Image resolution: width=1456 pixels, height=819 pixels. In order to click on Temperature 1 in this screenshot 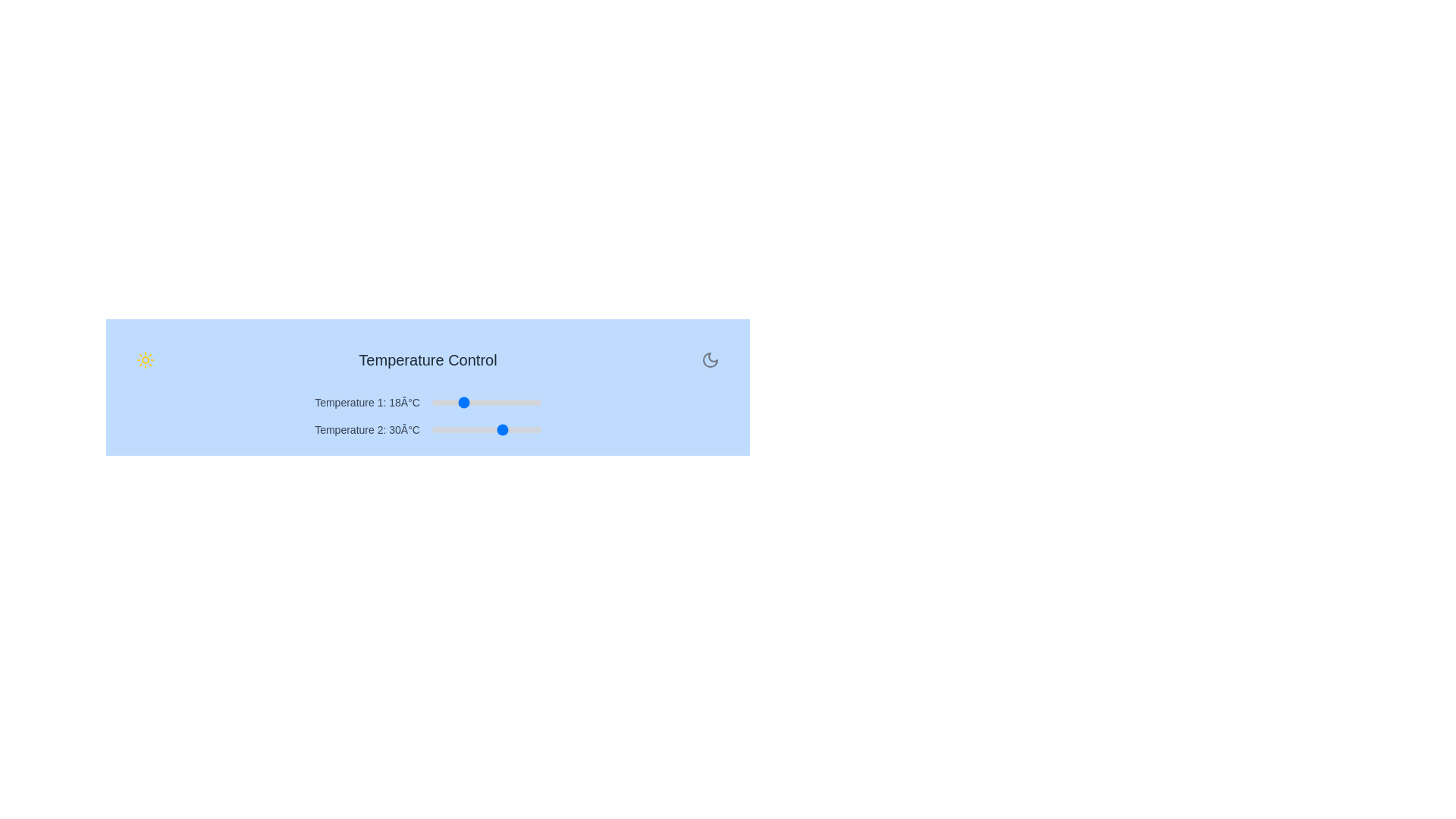, I will do `click(490, 402)`.